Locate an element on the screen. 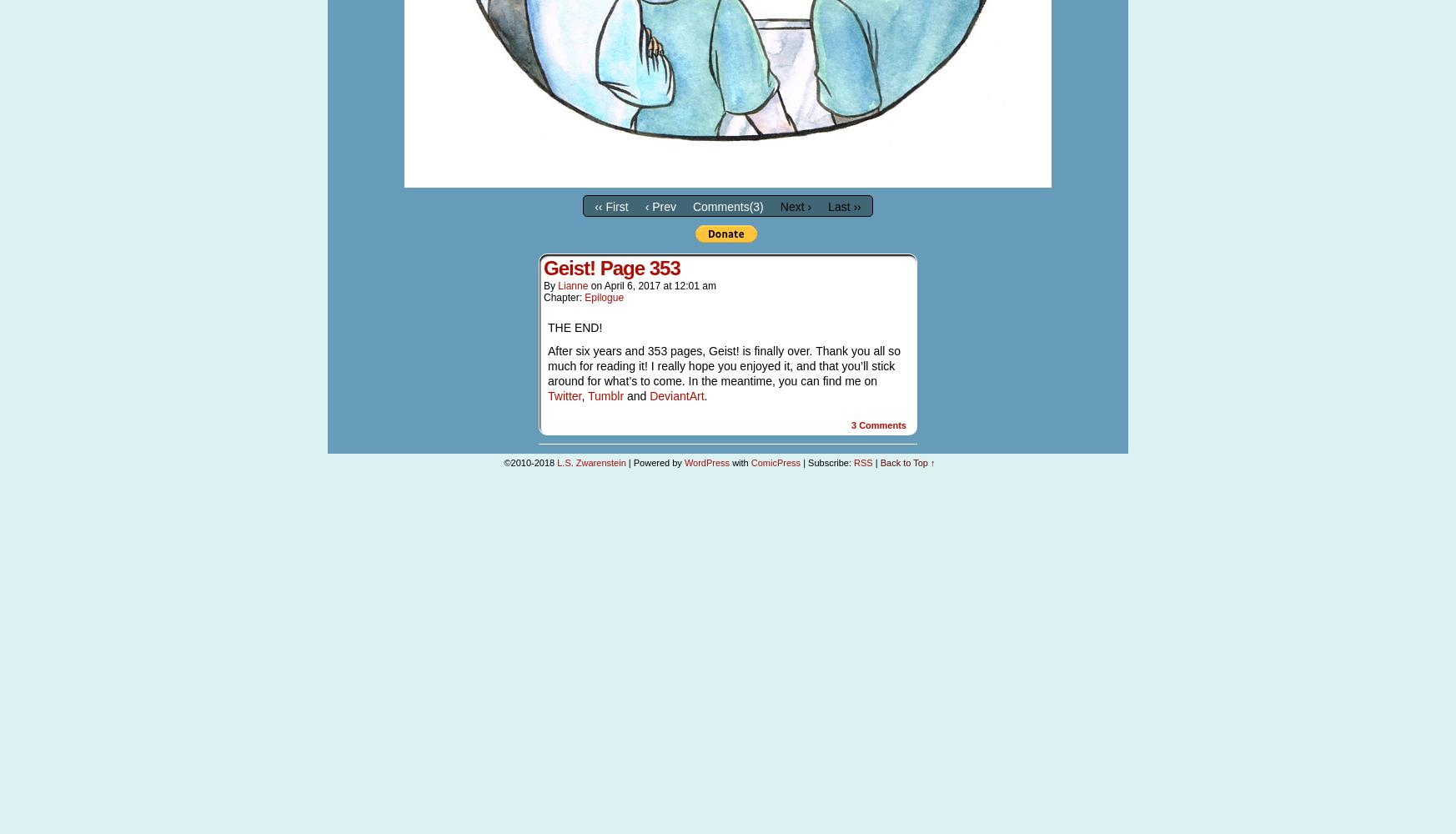 The width and height of the screenshot is (1456, 834). 'Back to Top ↑' is located at coordinates (906, 462).